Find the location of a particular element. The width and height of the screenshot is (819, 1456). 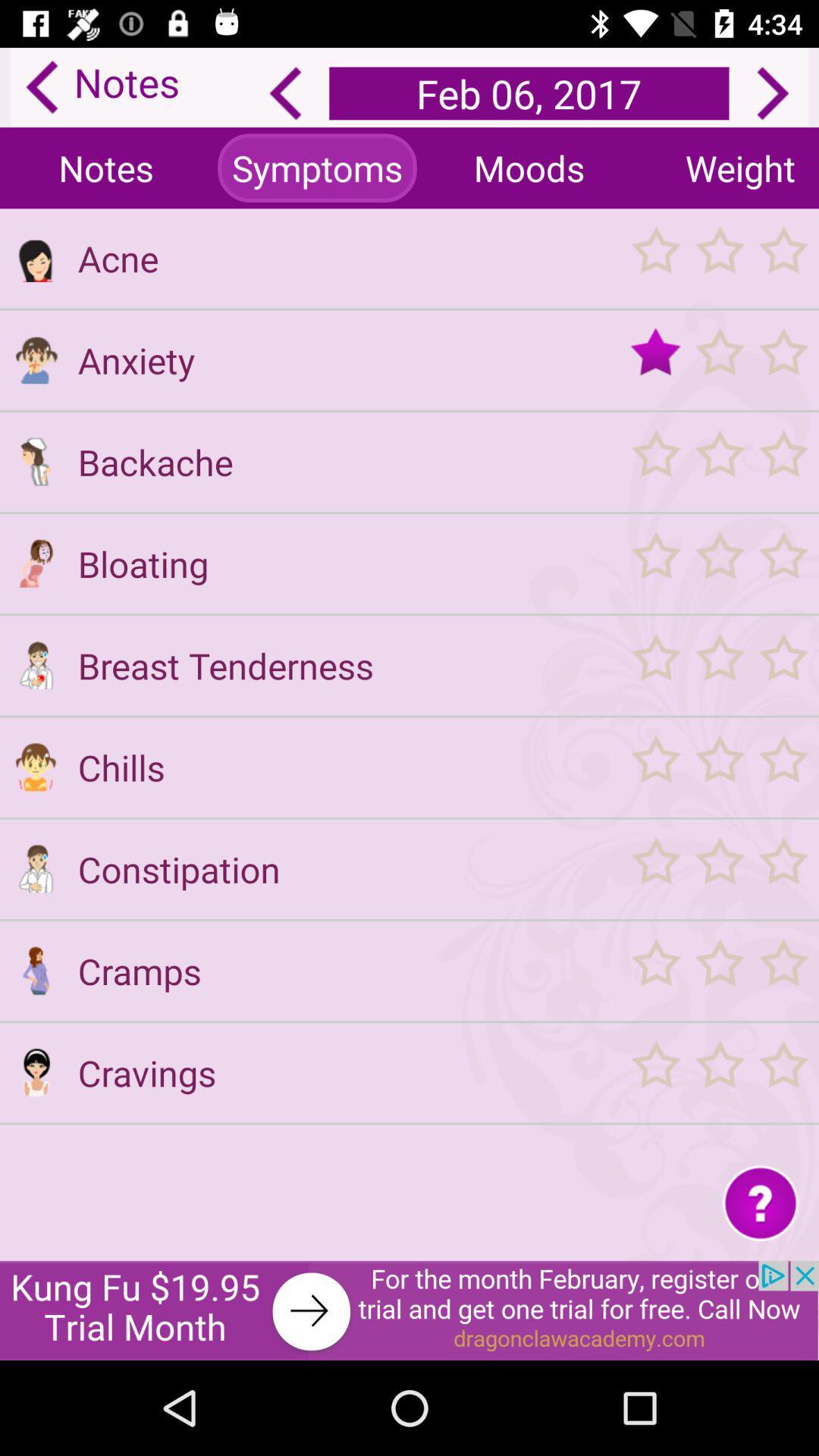

an option is located at coordinates (718, 258).